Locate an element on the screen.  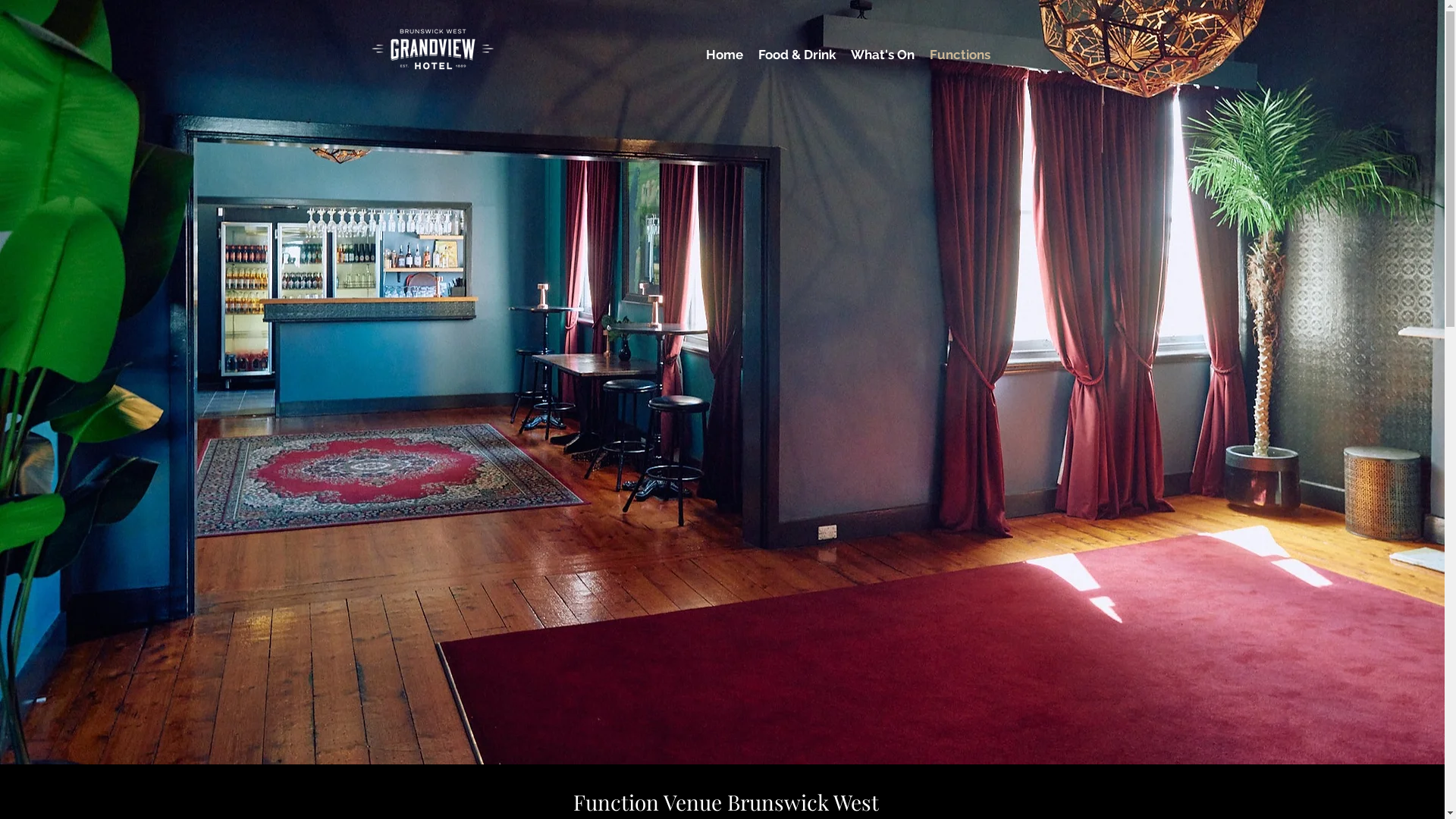
'Food & Drink' is located at coordinates (750, 48).